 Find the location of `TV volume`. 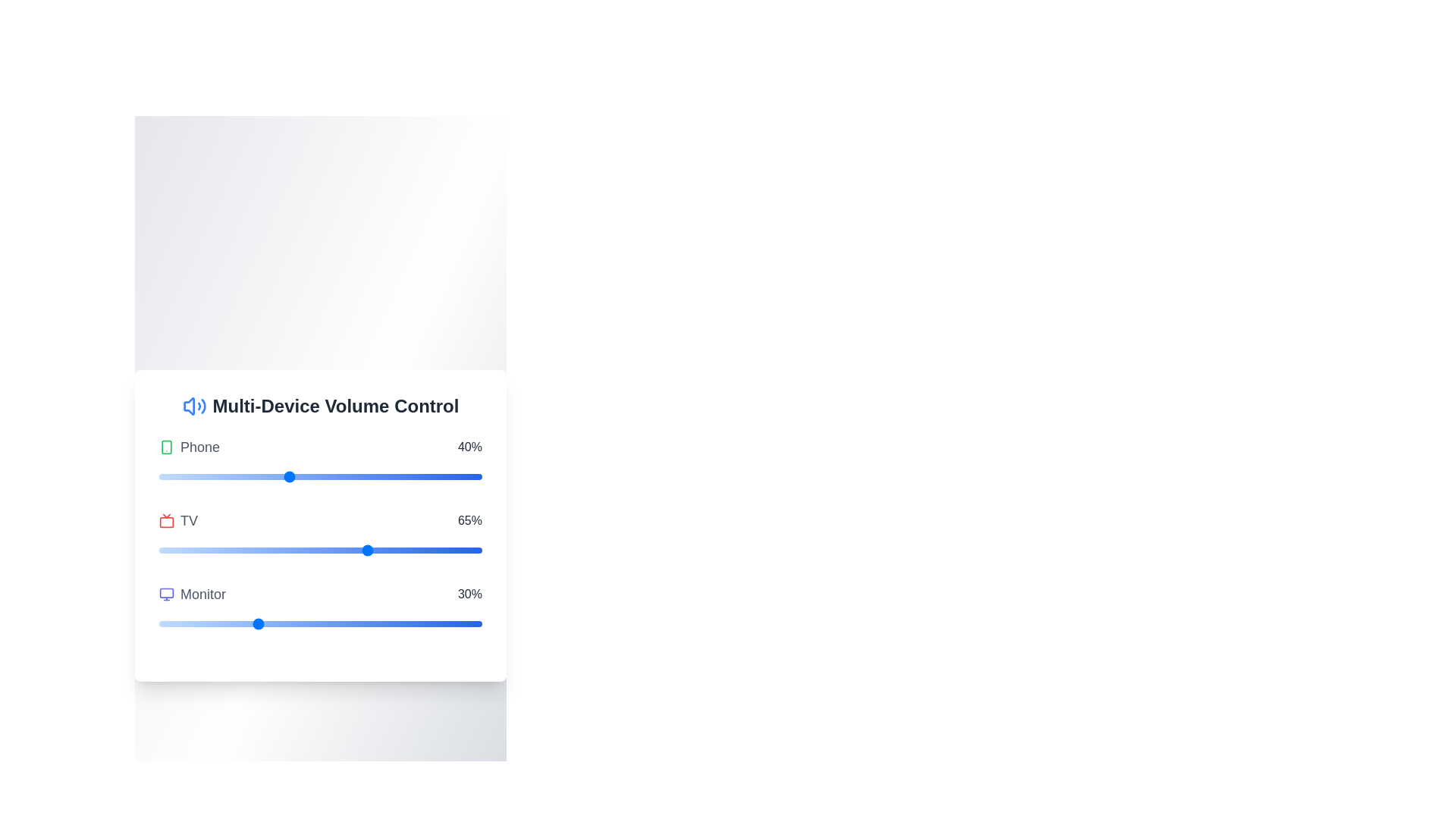

TV volume is located at coordinates (382, 550).